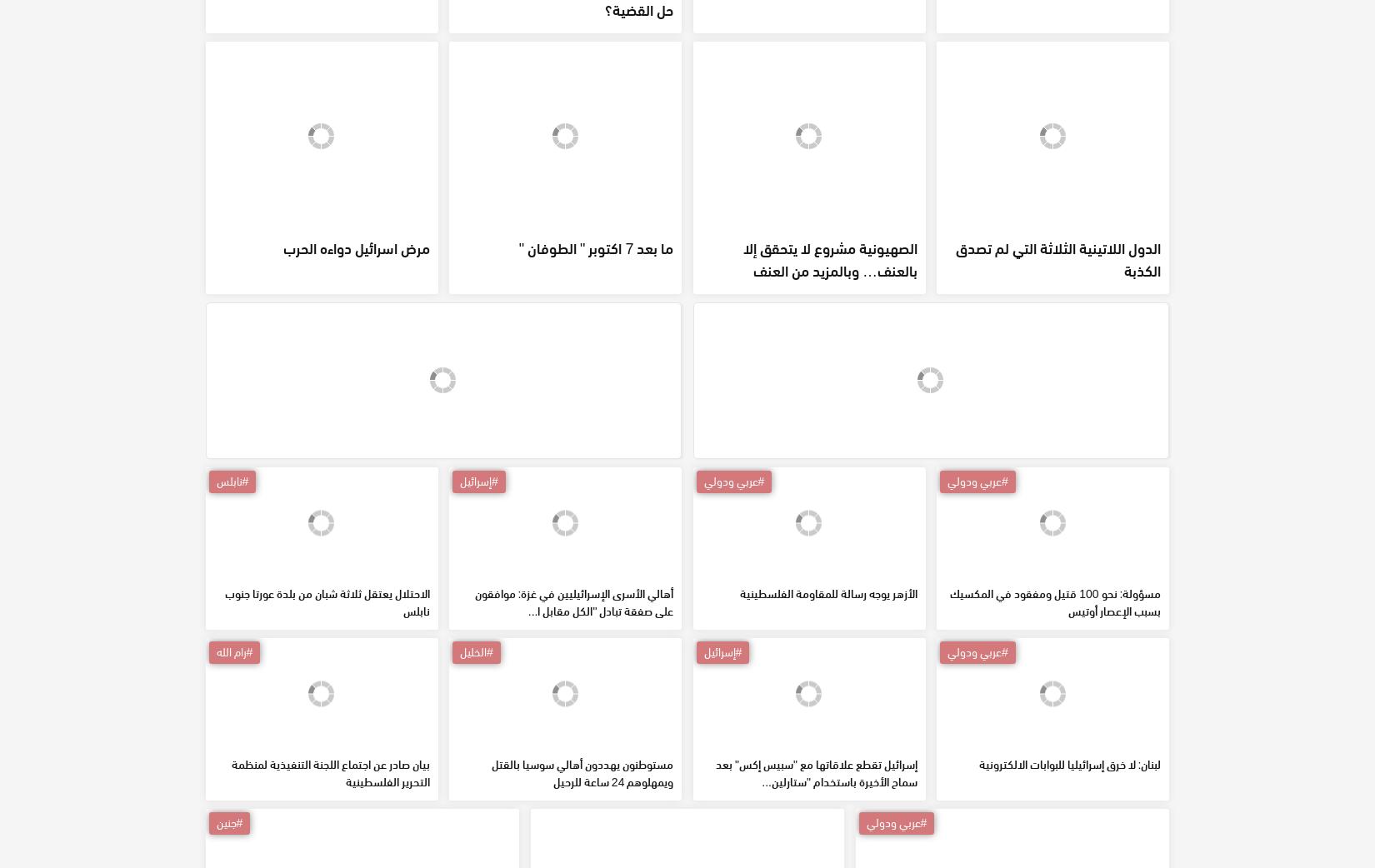 Image resolution: width=1375 pixels, height=868 pixels. Describe the element at coordinates (830, 107) in the screenshot. I see `'ماذا تنتظرون؟!'` at that location.